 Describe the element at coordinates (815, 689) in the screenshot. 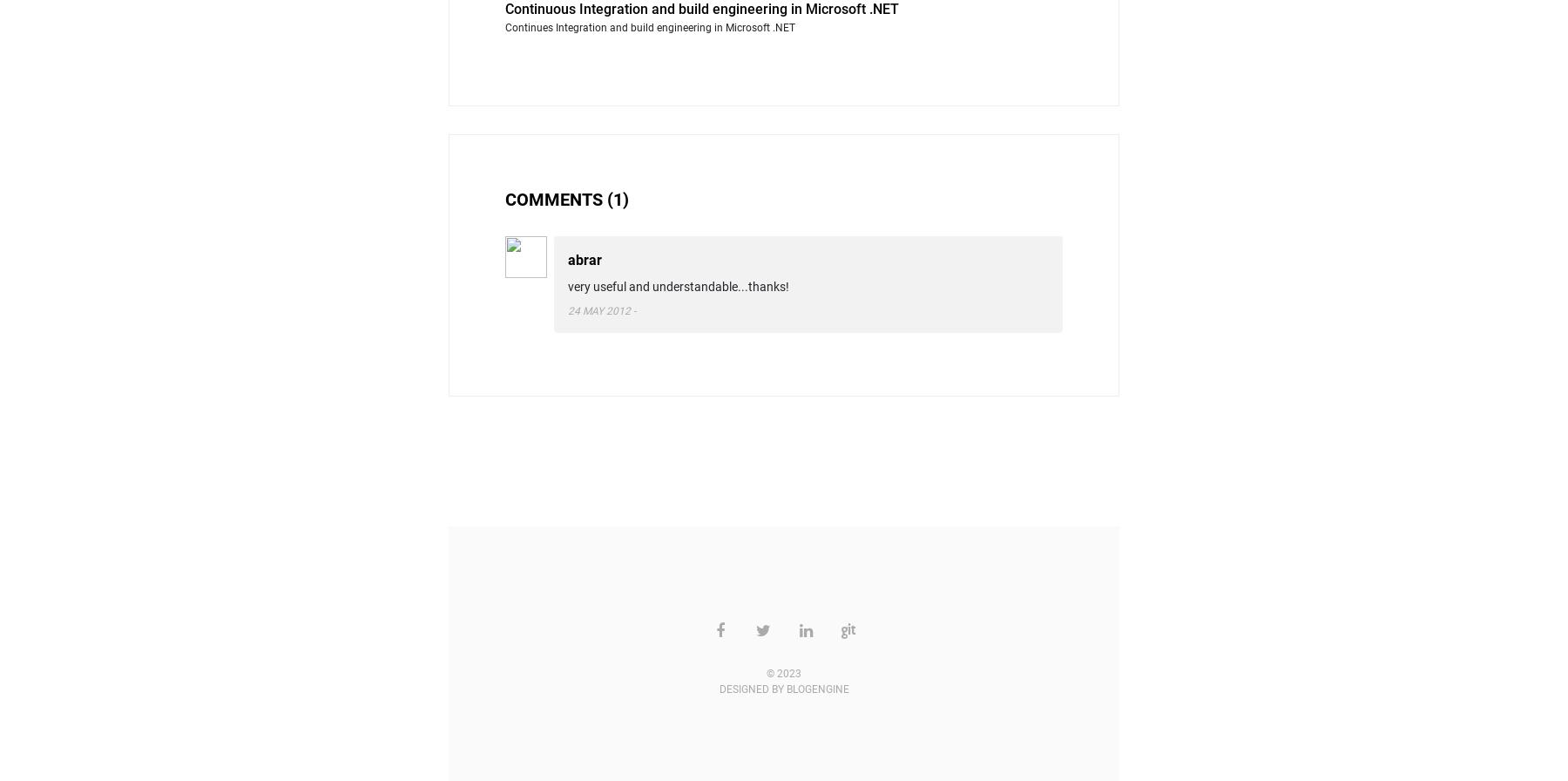

I see `'BlogEngine'` at that location.